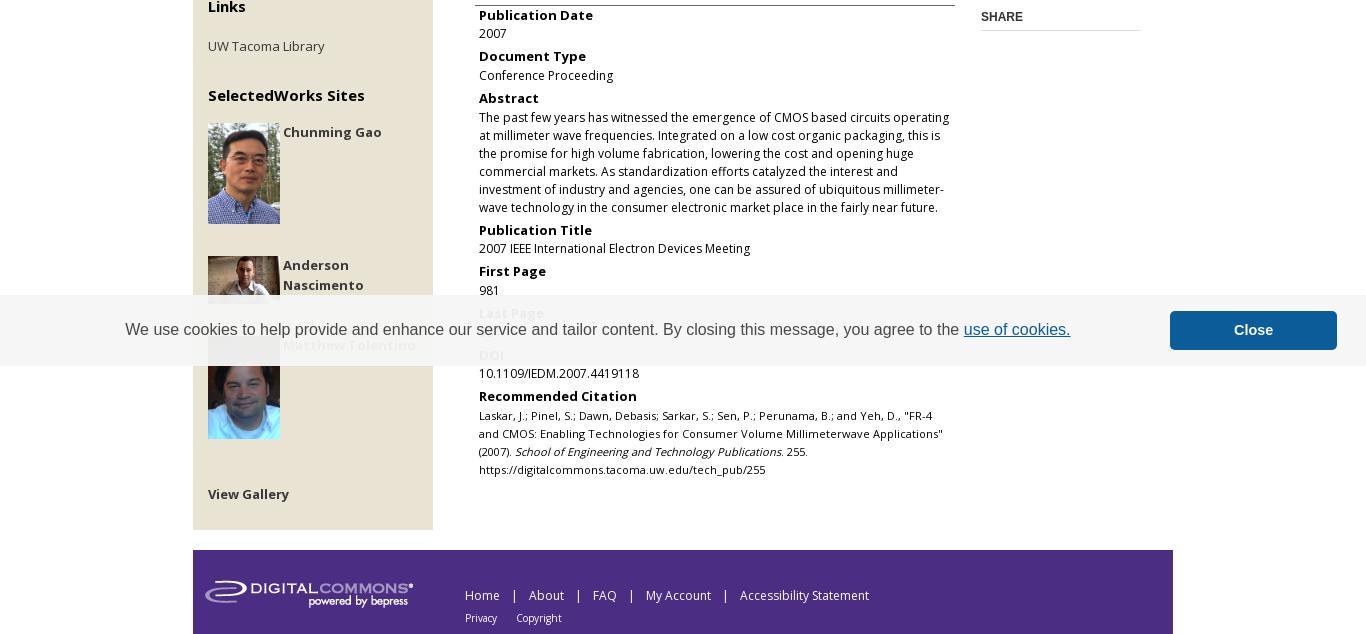  Describe the element at coordinates (543, 329) in the screenshot. I see `'We use cookies to help provide and enhance our service and tailor content. By closing this message, you agree to the'` at that location.